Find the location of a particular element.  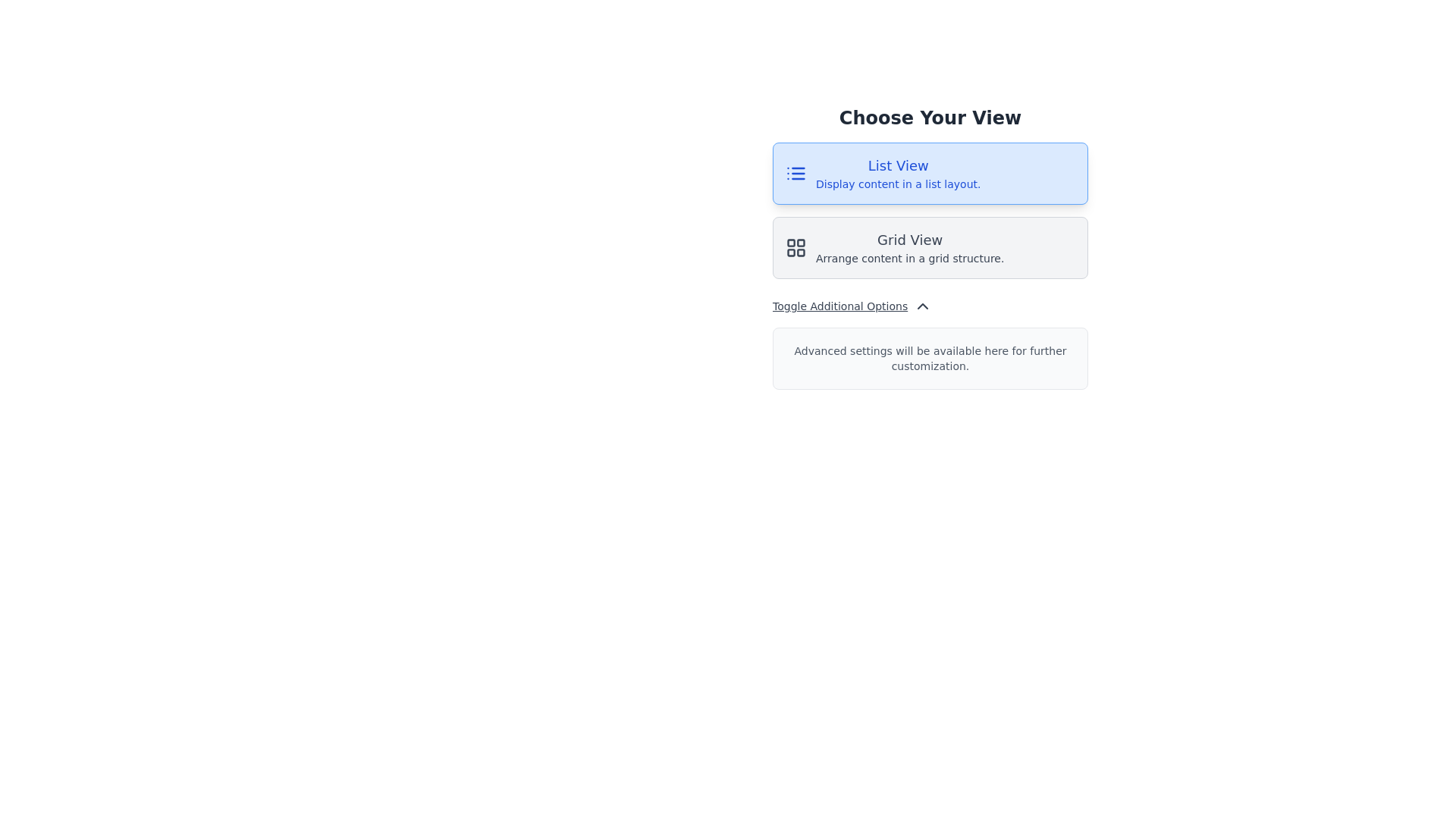

the textual header reading 'Choose Your View', which is styled with a bold, large serif font and centrally located at the top of the interface is located at coordinates (930, 117).